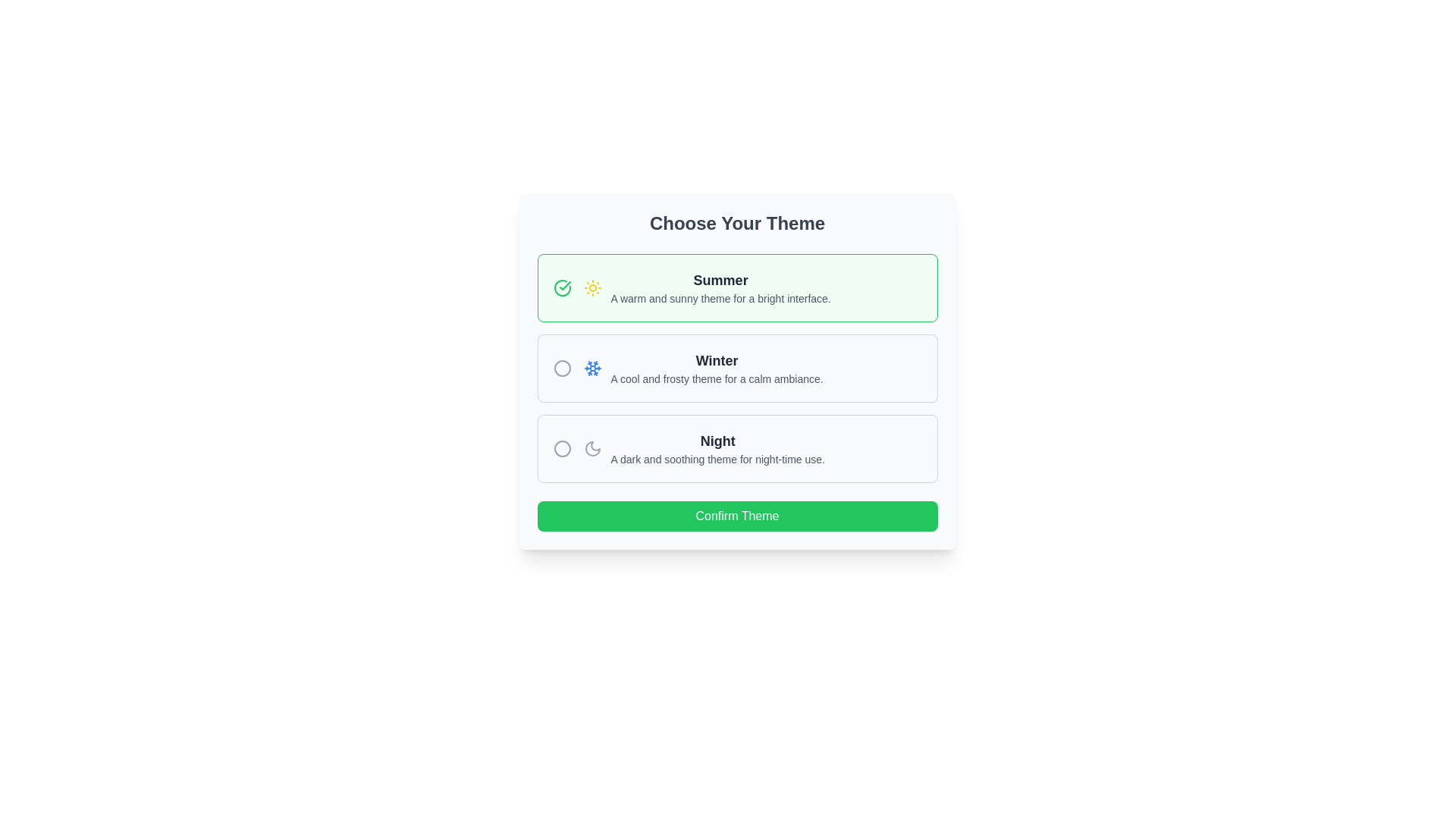  Describe the element at coordinates (561, 447) in the screenshot. I see `the unselected radio button for the 'Night' theme, which is located adjacent to the moon icon and the descriptive text` at that location.